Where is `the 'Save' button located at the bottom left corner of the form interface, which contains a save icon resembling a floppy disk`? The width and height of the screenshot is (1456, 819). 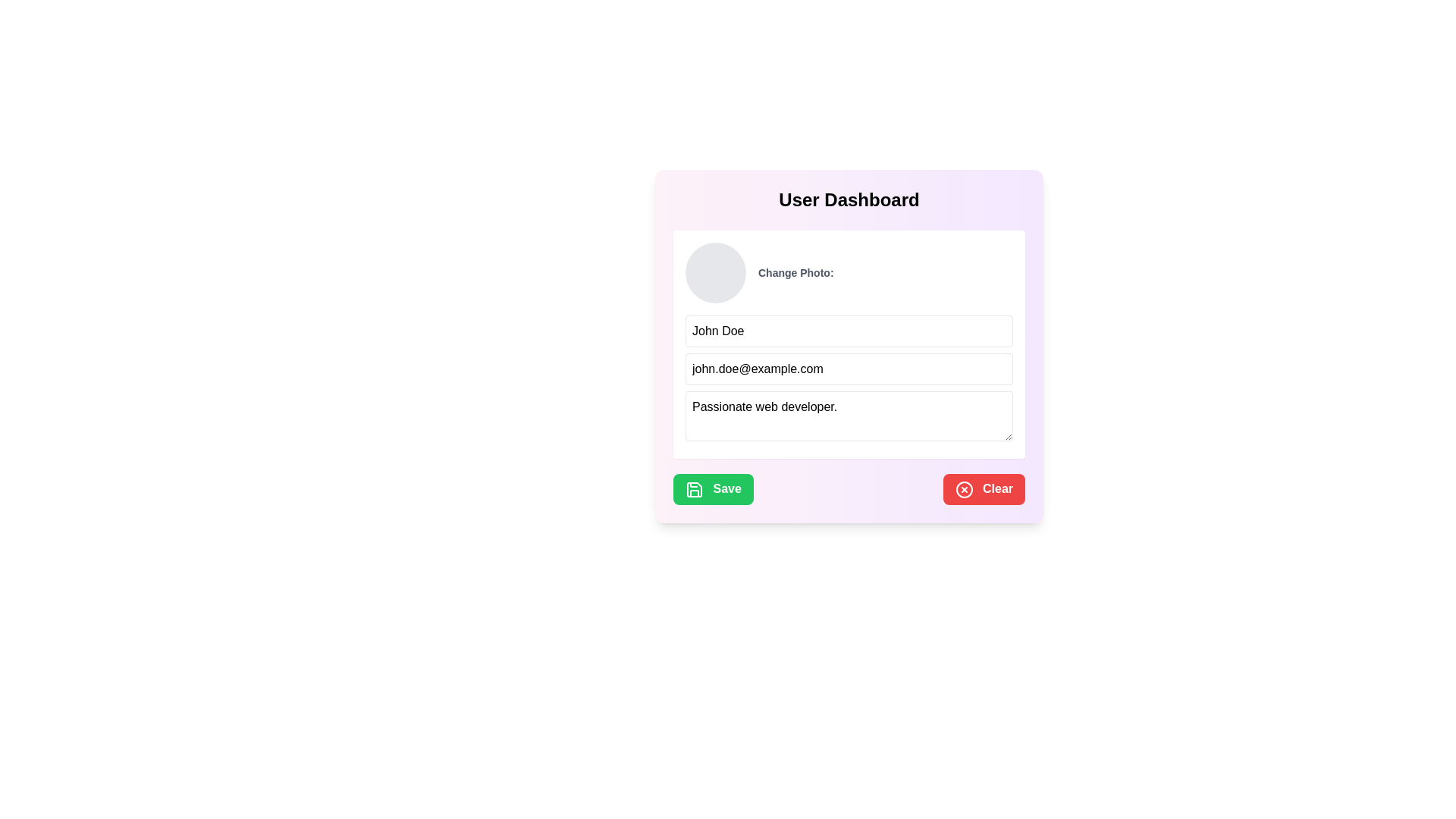 the 'Save' button located at the bottom left corner of the form interface, which contains a save icon resembling a floppy disk is located at coordinates (694, 488).